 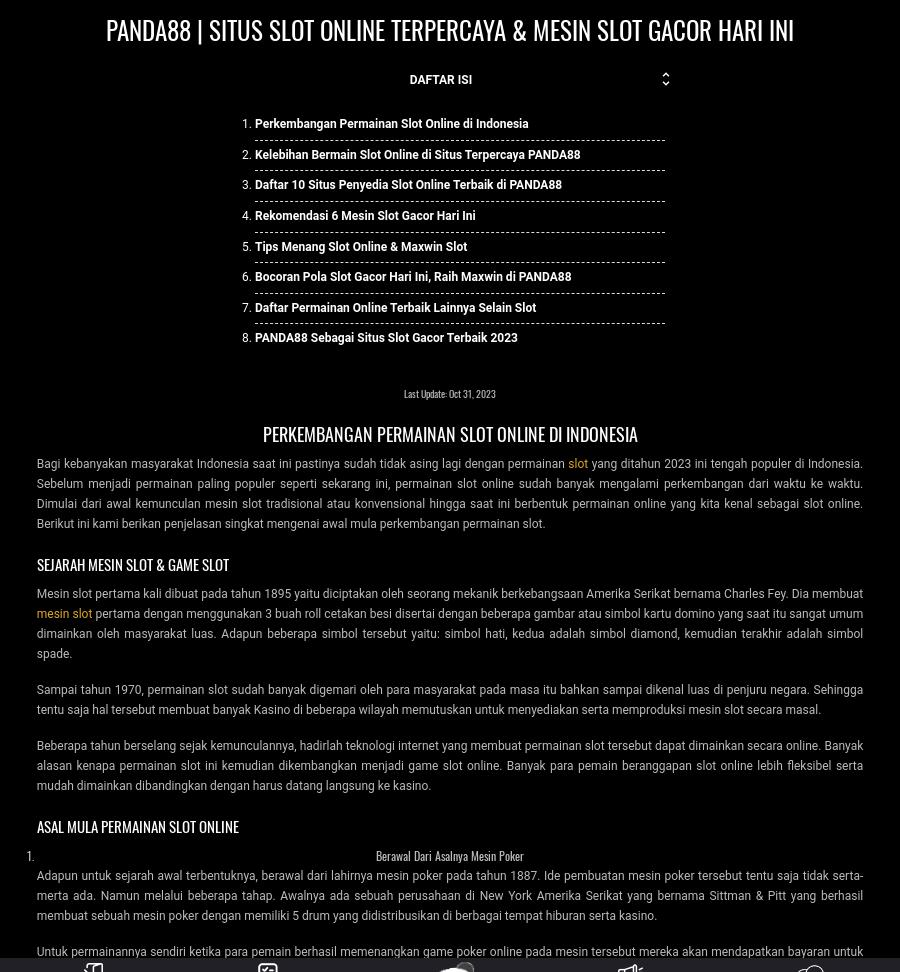 I want to click on 'Sampai tahun 1970, permainan slot sudah banyak digemari oleh para masyarakat pada masa itu bahkan sampai dikenal luas di penjuru negara. Sehingga tentu saja hal tersebut membuat banyak Kasino di beberapa wilayah memutuskan untuk menyediakan serta memproduksi mesin slot secara masal.', so click(x=449, y=697).